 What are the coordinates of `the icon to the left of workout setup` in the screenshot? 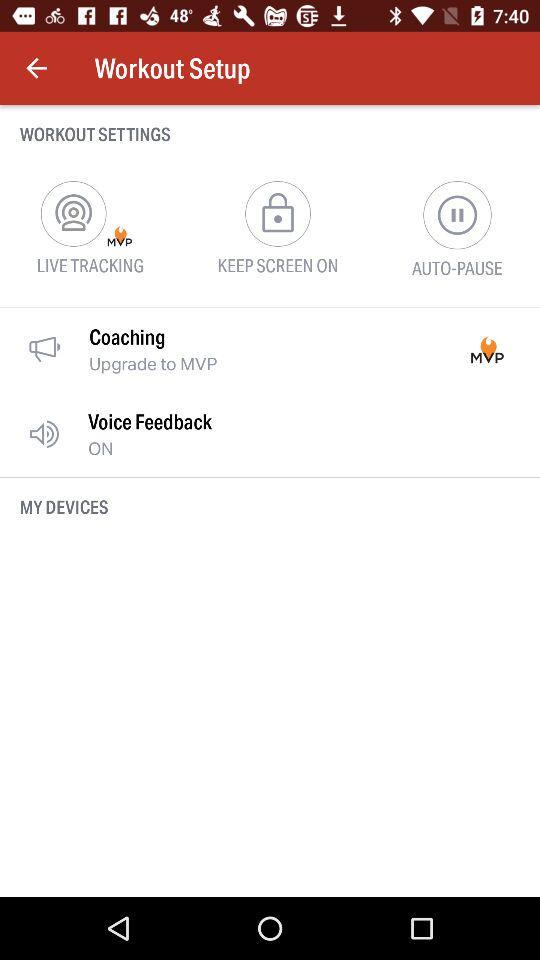 It's located at (36, 68).